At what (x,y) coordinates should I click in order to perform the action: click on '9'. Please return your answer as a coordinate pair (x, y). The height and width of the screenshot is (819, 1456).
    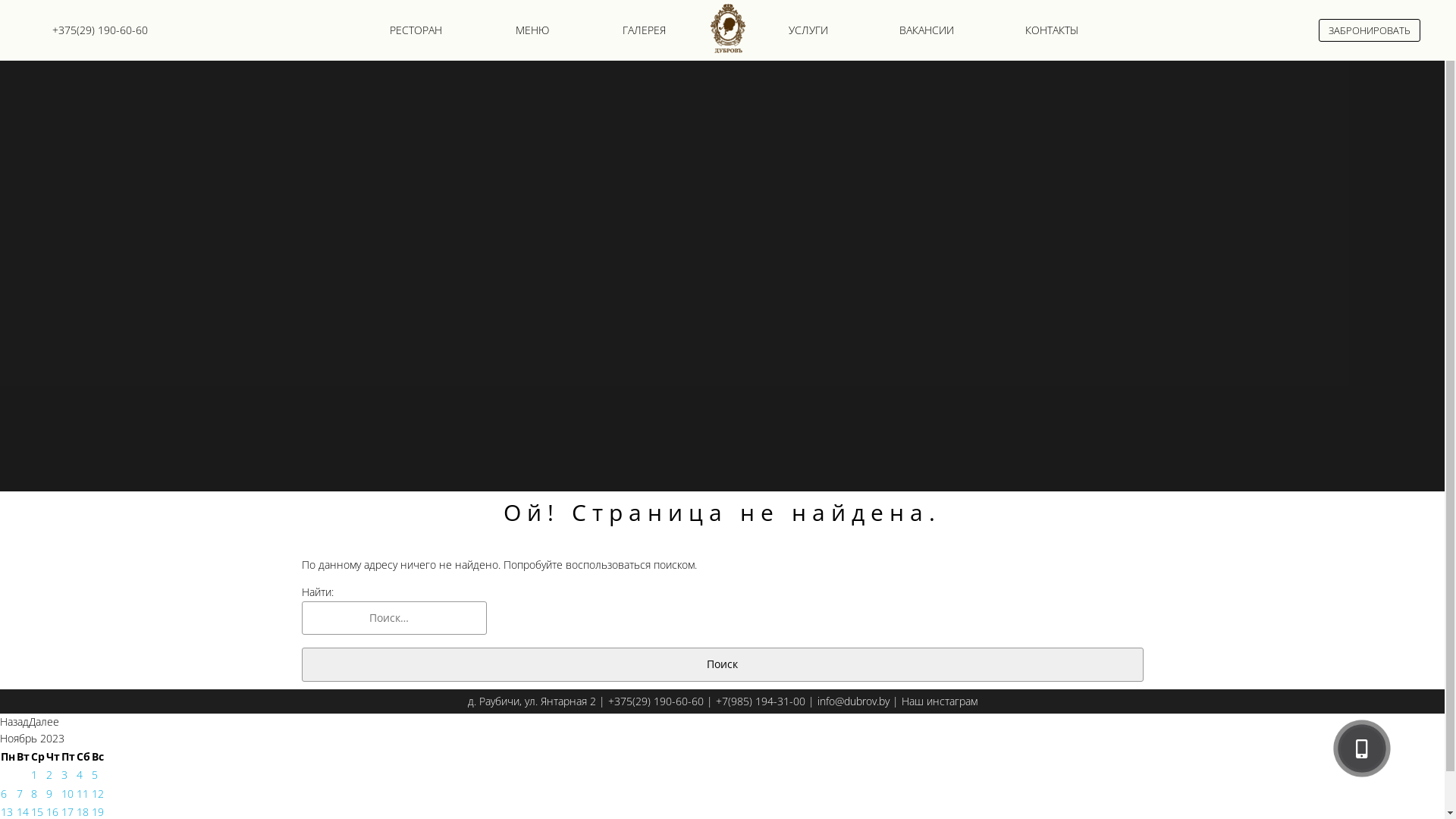
    Looking at the image, I should click on (49, 792).